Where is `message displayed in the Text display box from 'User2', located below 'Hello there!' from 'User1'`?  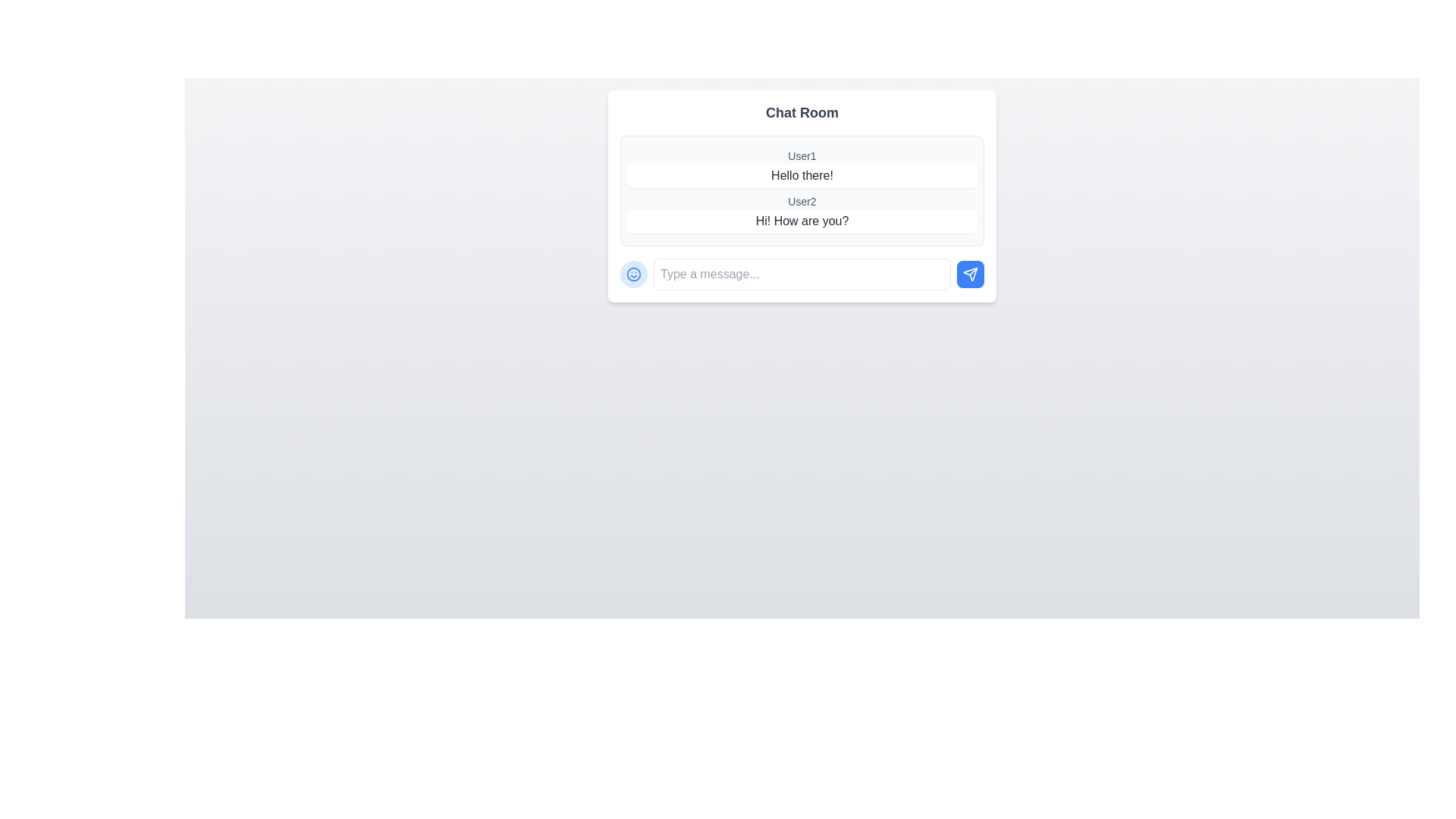
message displayed in the Text display box from 'User2', located below 'Hello there!' from 'User1' is located at coordinates (801, 221).